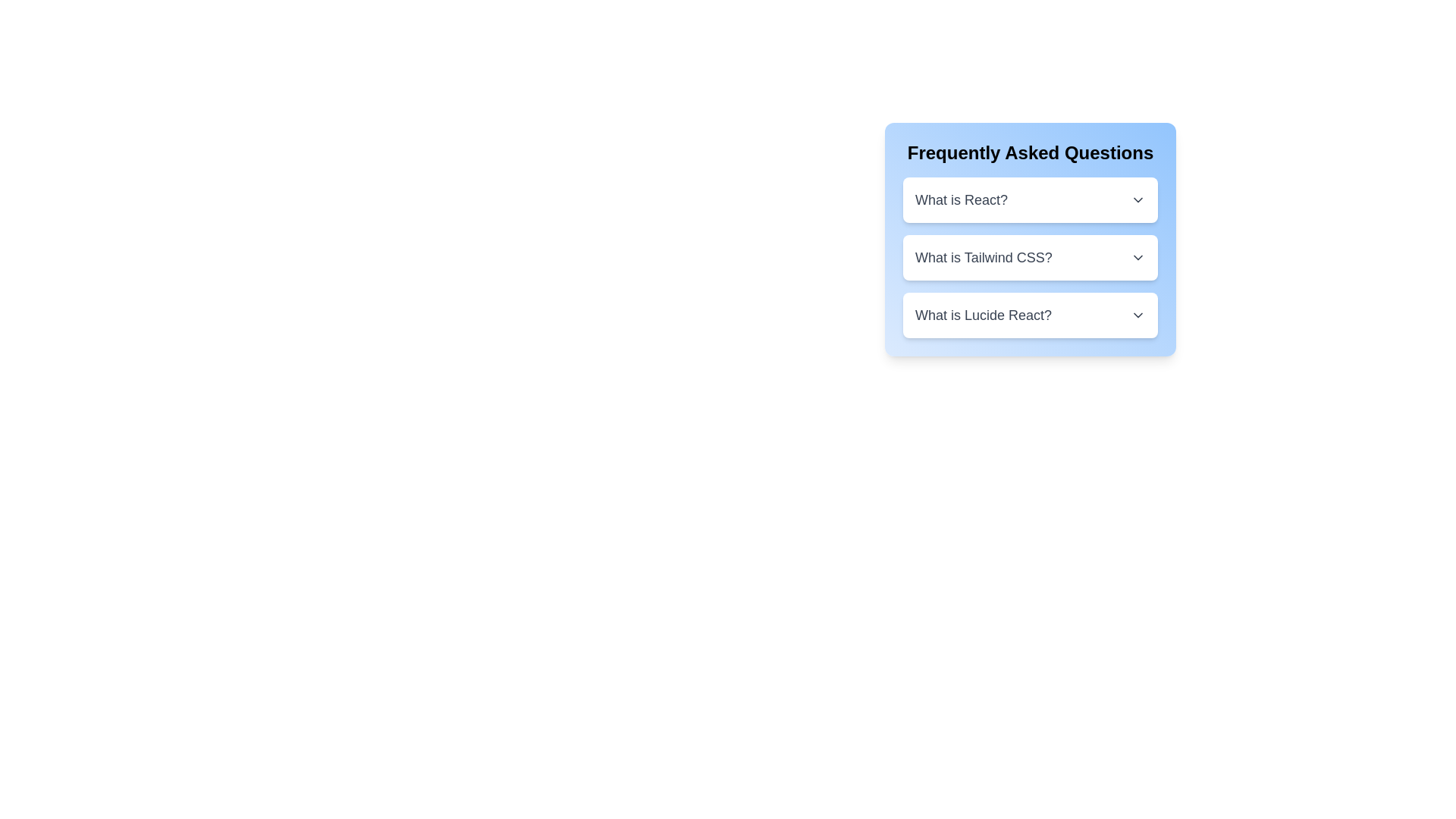 The height and width of the screenshot is (819, 1456). Describe the element at coordinates (1030, 239) in the screenshot. I see `the second collapsible menu item in the FAQ section` at that location.